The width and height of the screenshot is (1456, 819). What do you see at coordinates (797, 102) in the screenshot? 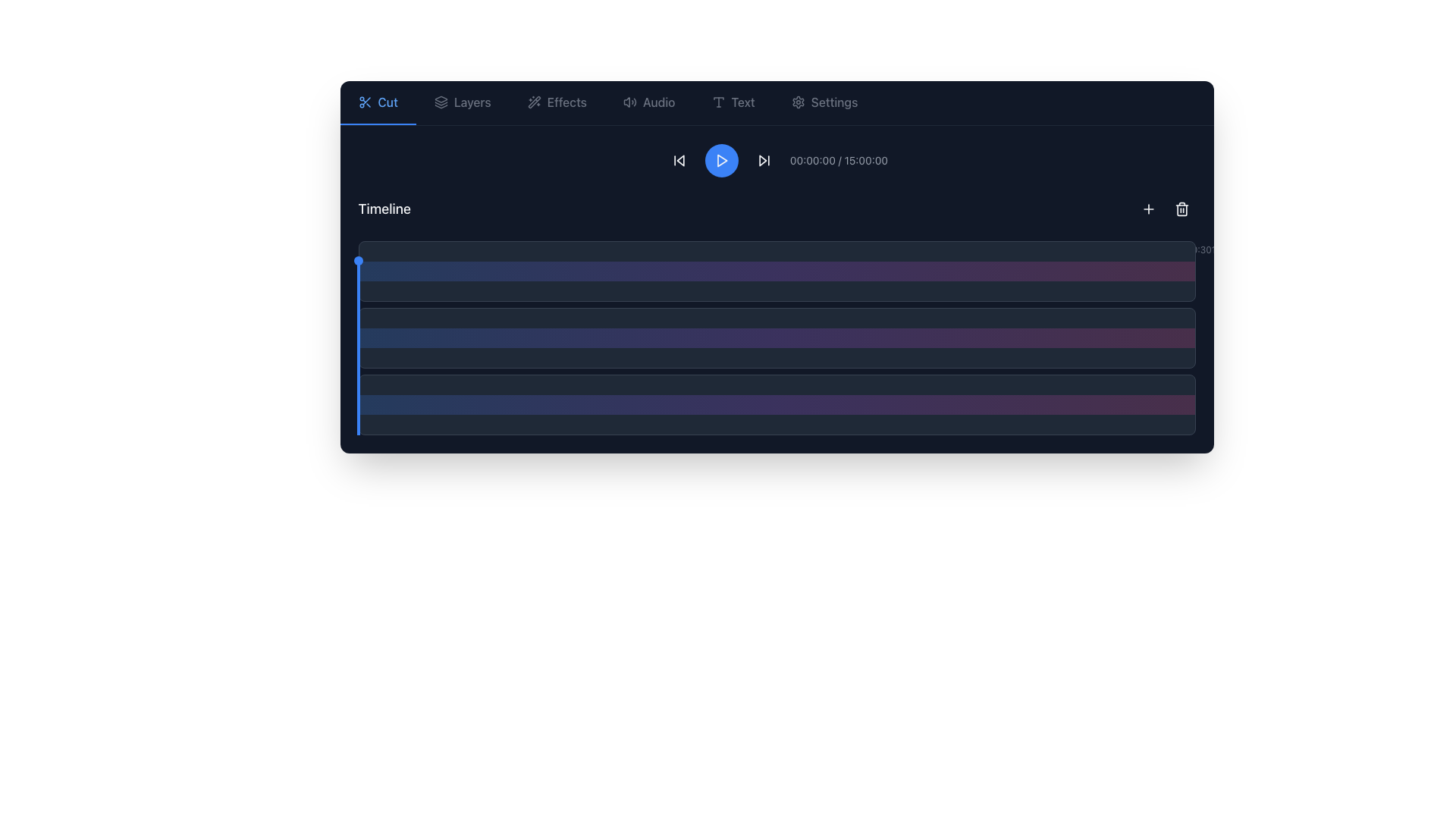
I see `the settings icon located in the rightmost position of the top horizontal navigation bar` at bounding box center [797, 102].